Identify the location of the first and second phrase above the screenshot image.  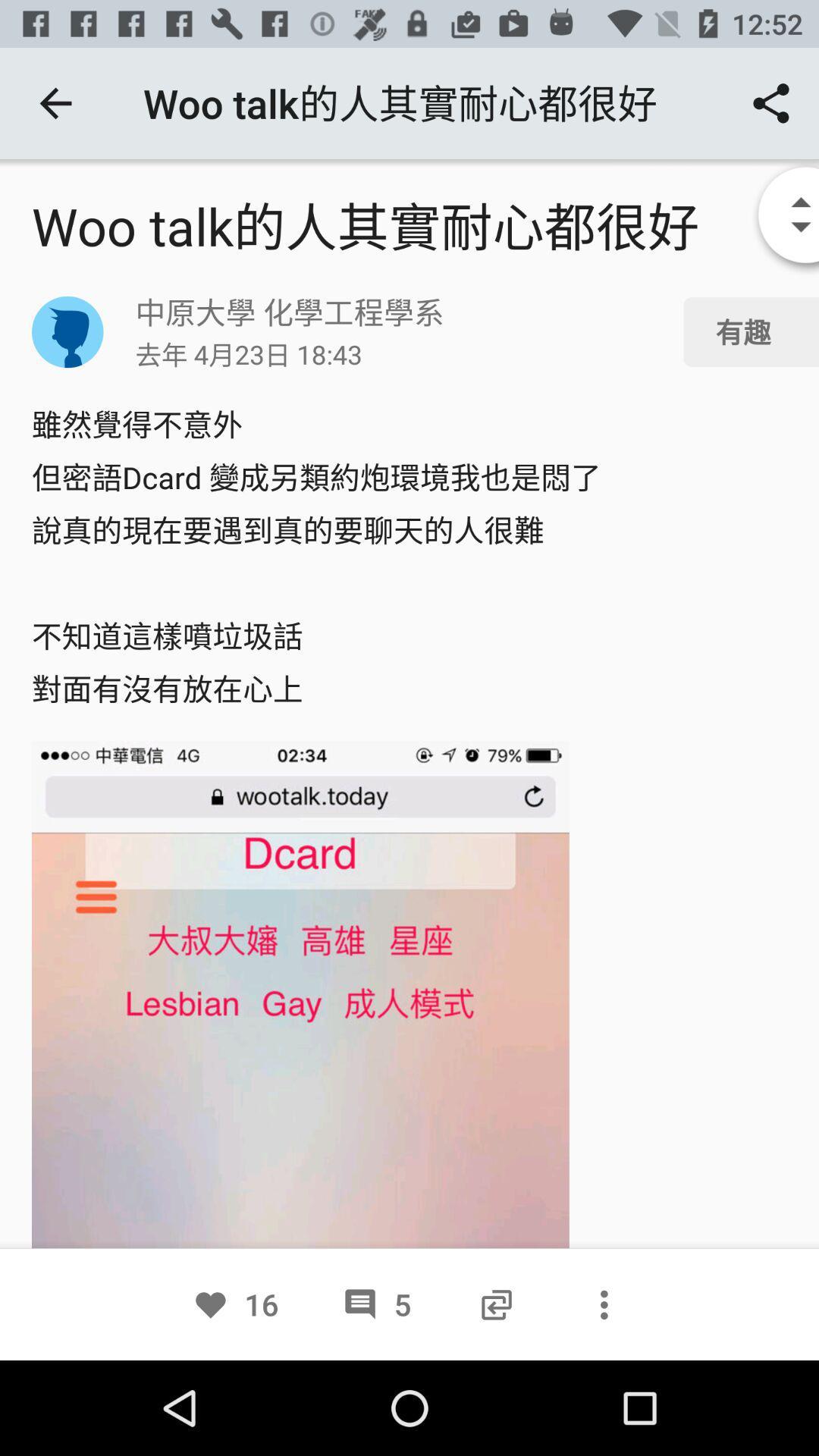
(409, 556).